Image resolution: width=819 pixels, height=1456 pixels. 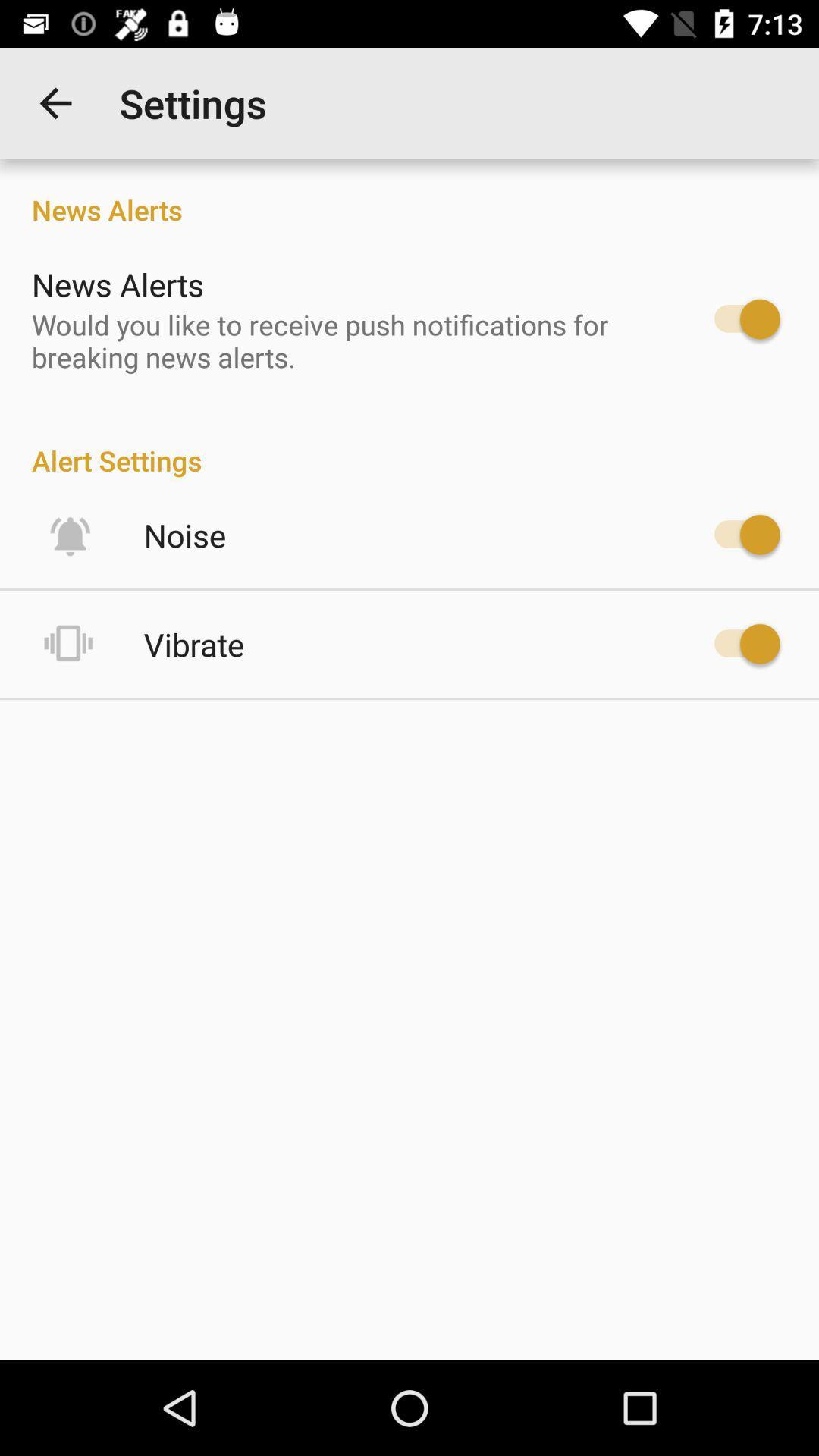 I want to click on alert settings icon, so click(x=409, y=444).